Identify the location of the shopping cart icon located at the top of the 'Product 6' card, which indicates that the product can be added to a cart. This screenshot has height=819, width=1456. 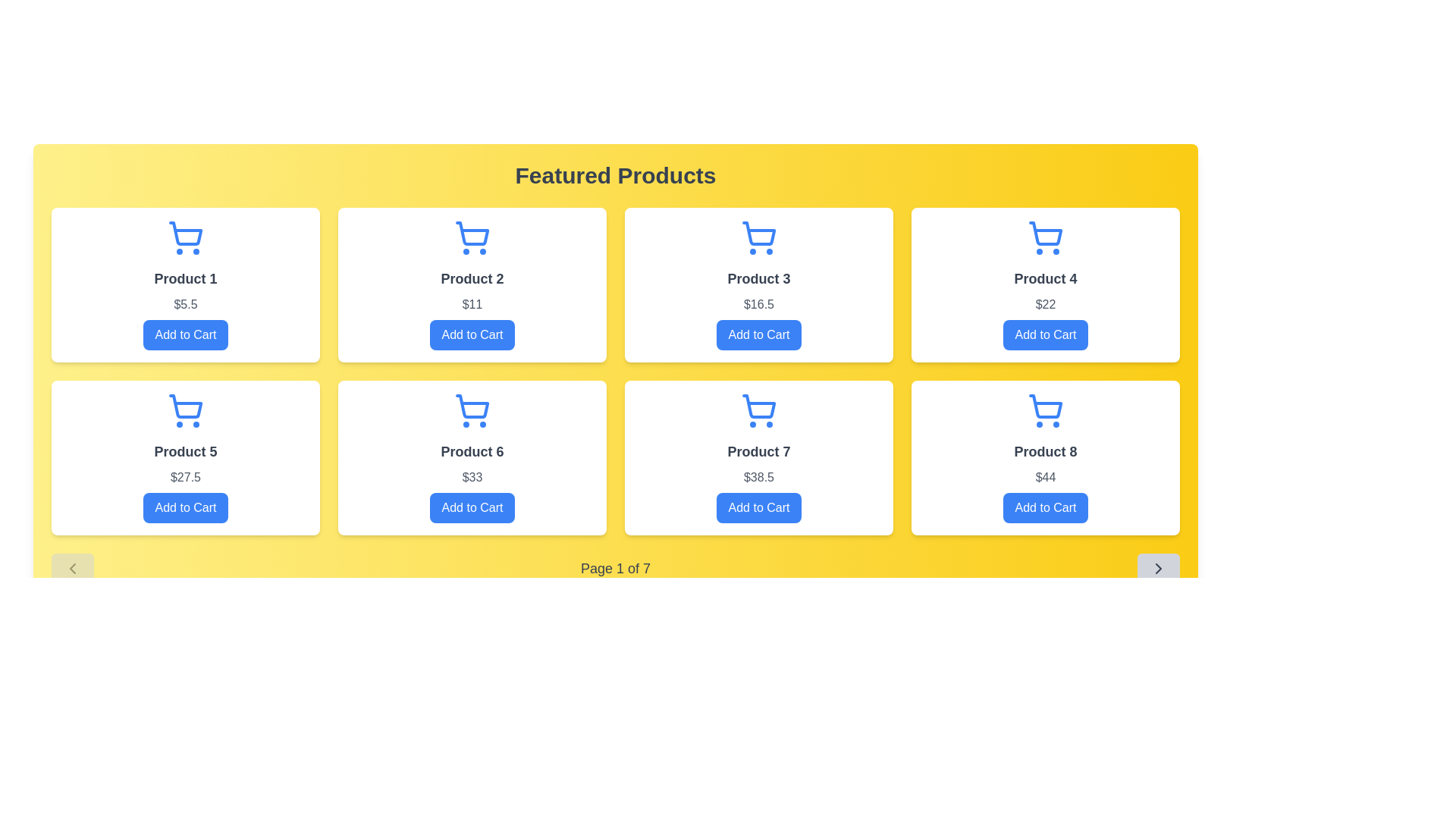
(472, 411).